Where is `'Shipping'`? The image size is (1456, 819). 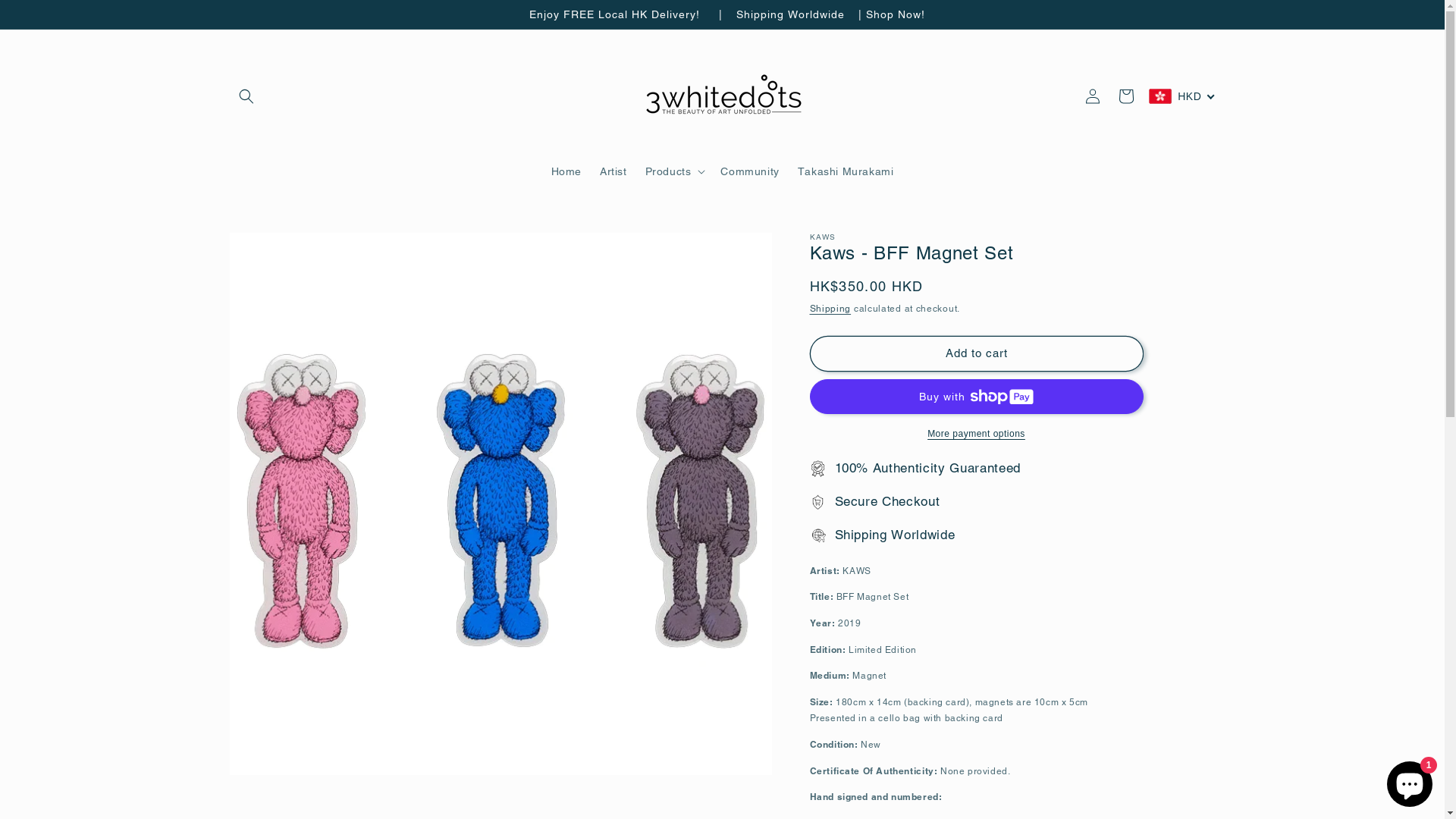
'Shipping' is located at coordinates (830, 308).